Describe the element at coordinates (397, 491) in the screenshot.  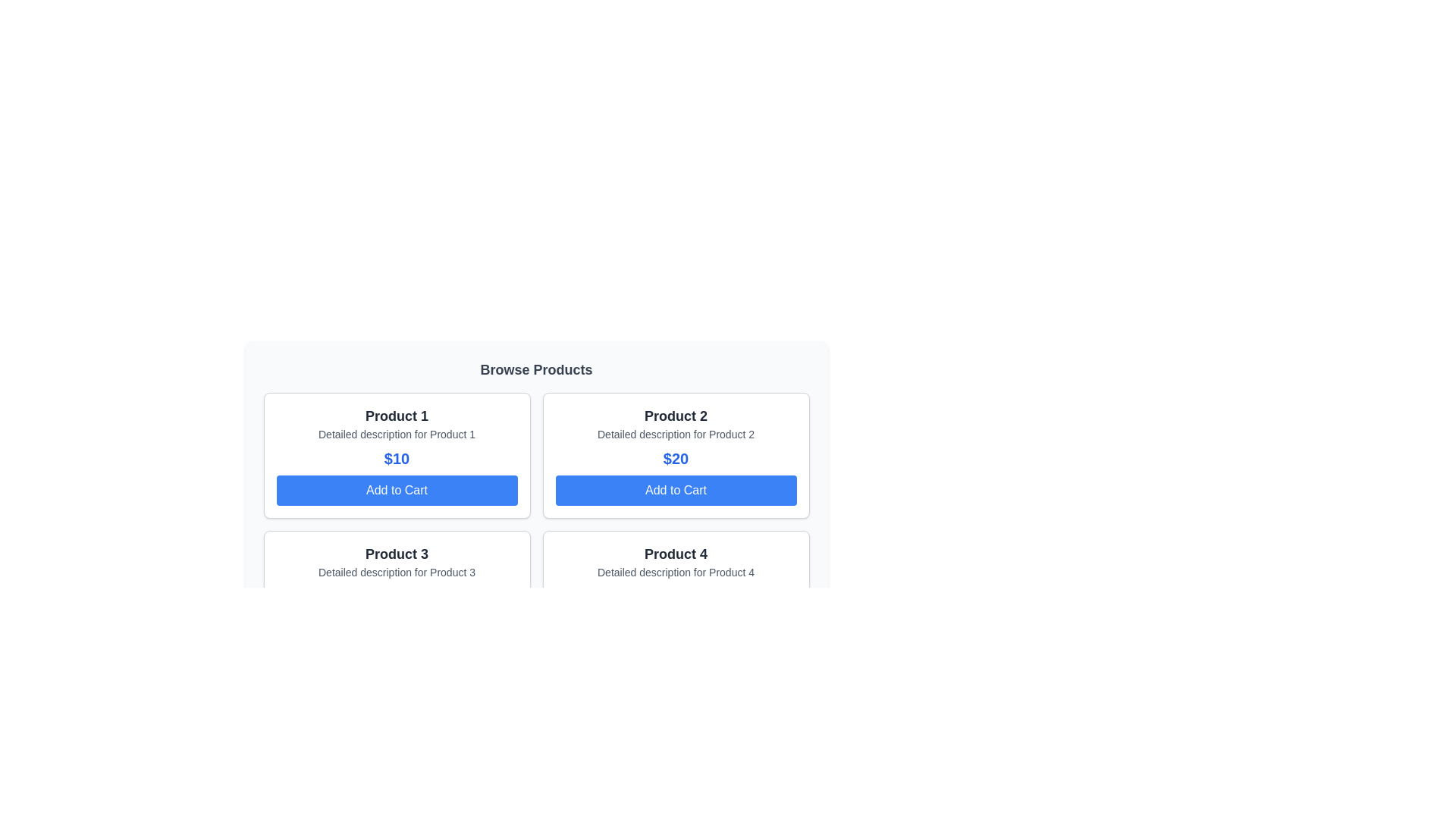
I see `the interactive button located at the bottom of the 'Product 1' card` at that location.